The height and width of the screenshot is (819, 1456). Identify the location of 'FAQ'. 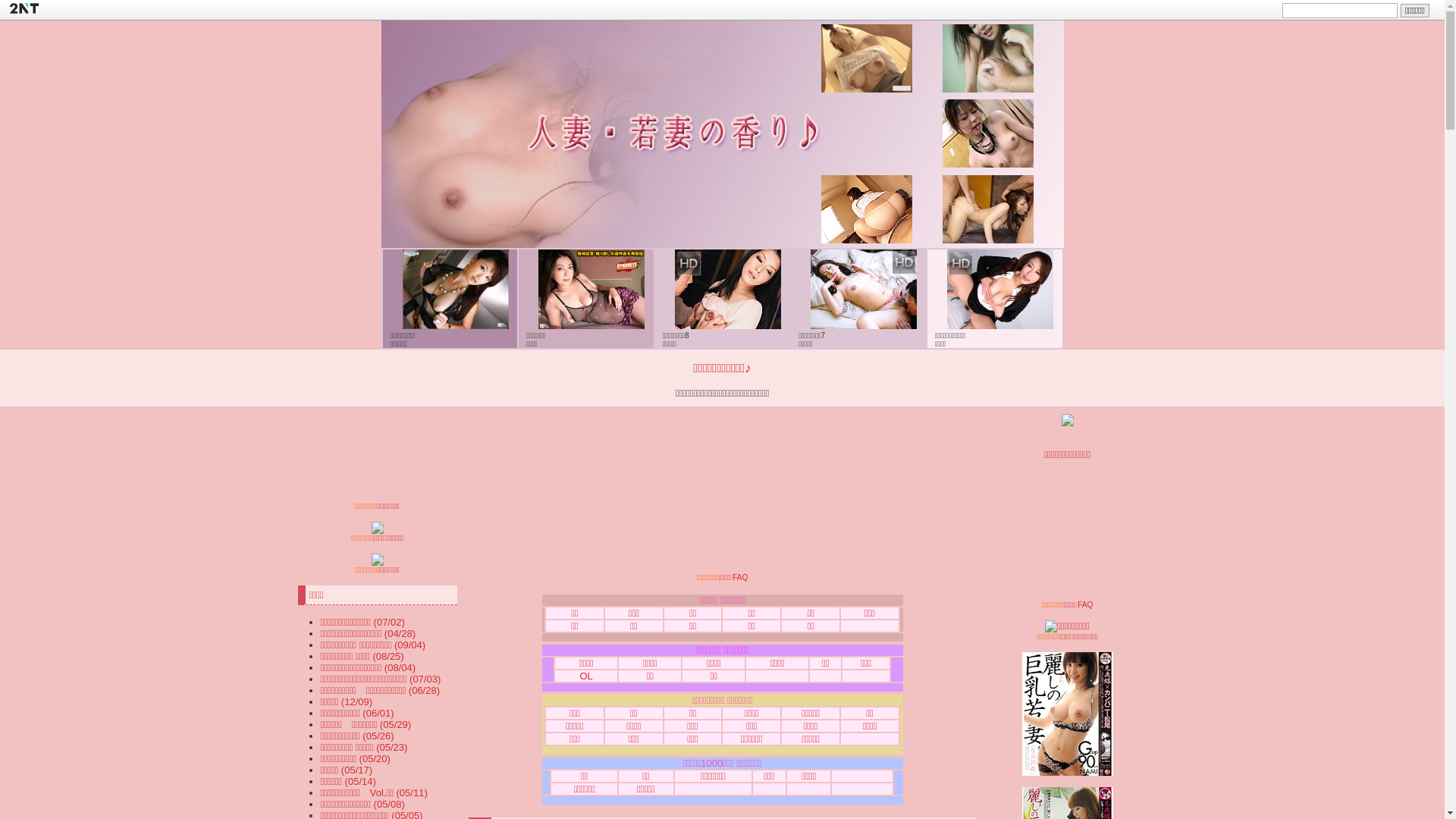
(739, 577).